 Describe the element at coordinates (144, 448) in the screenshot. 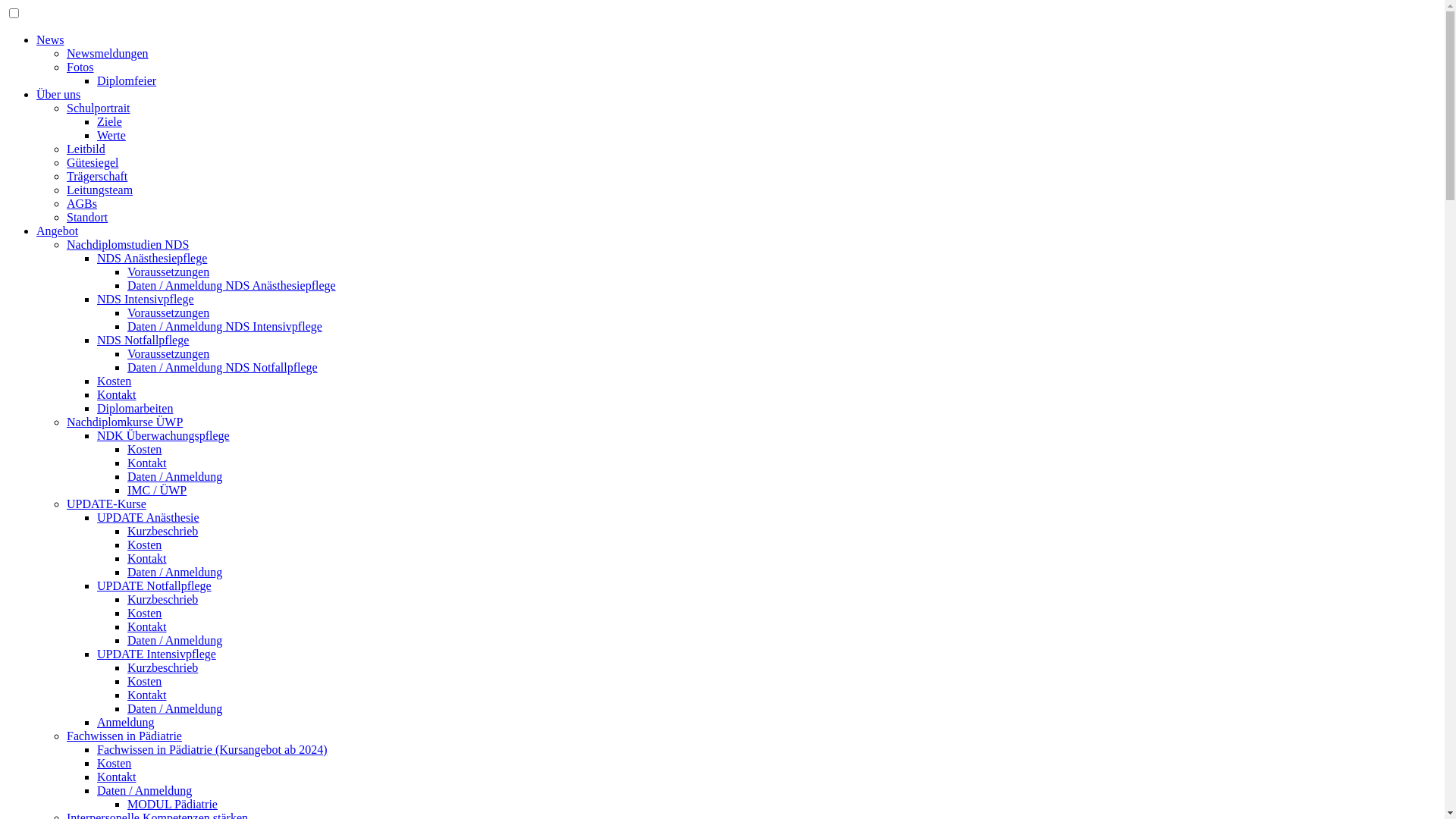

I see `'Kosten'` at that location.